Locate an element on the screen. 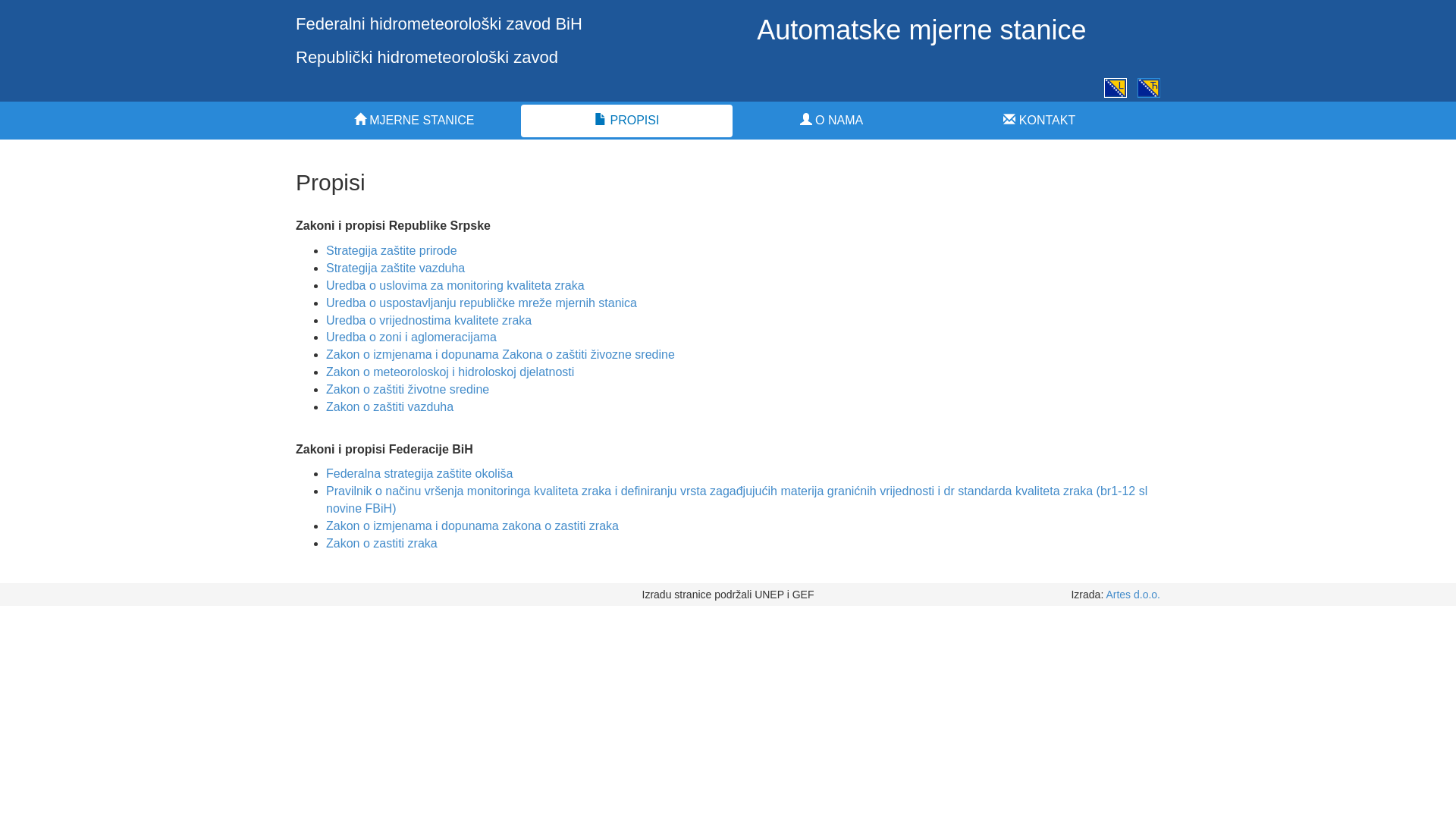 Image resolution: width=1456 pixels, height=819 pixels. 'Uredba o uslovima za monitoring kvaliteta zraka' is located at coordinates (454, 285).